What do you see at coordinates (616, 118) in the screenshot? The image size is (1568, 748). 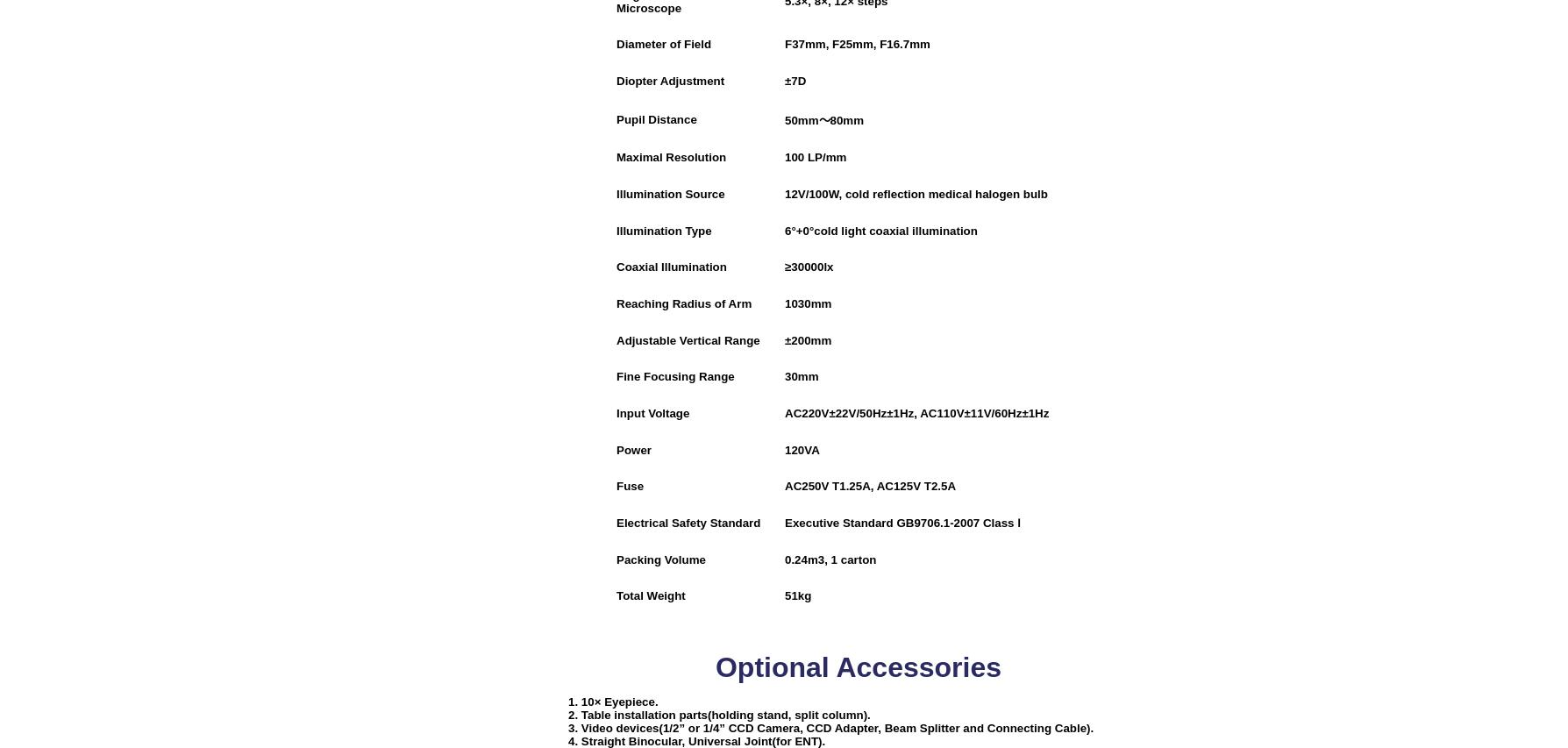 I see `'Pupil Distance'` at bounding box center [616, 118].